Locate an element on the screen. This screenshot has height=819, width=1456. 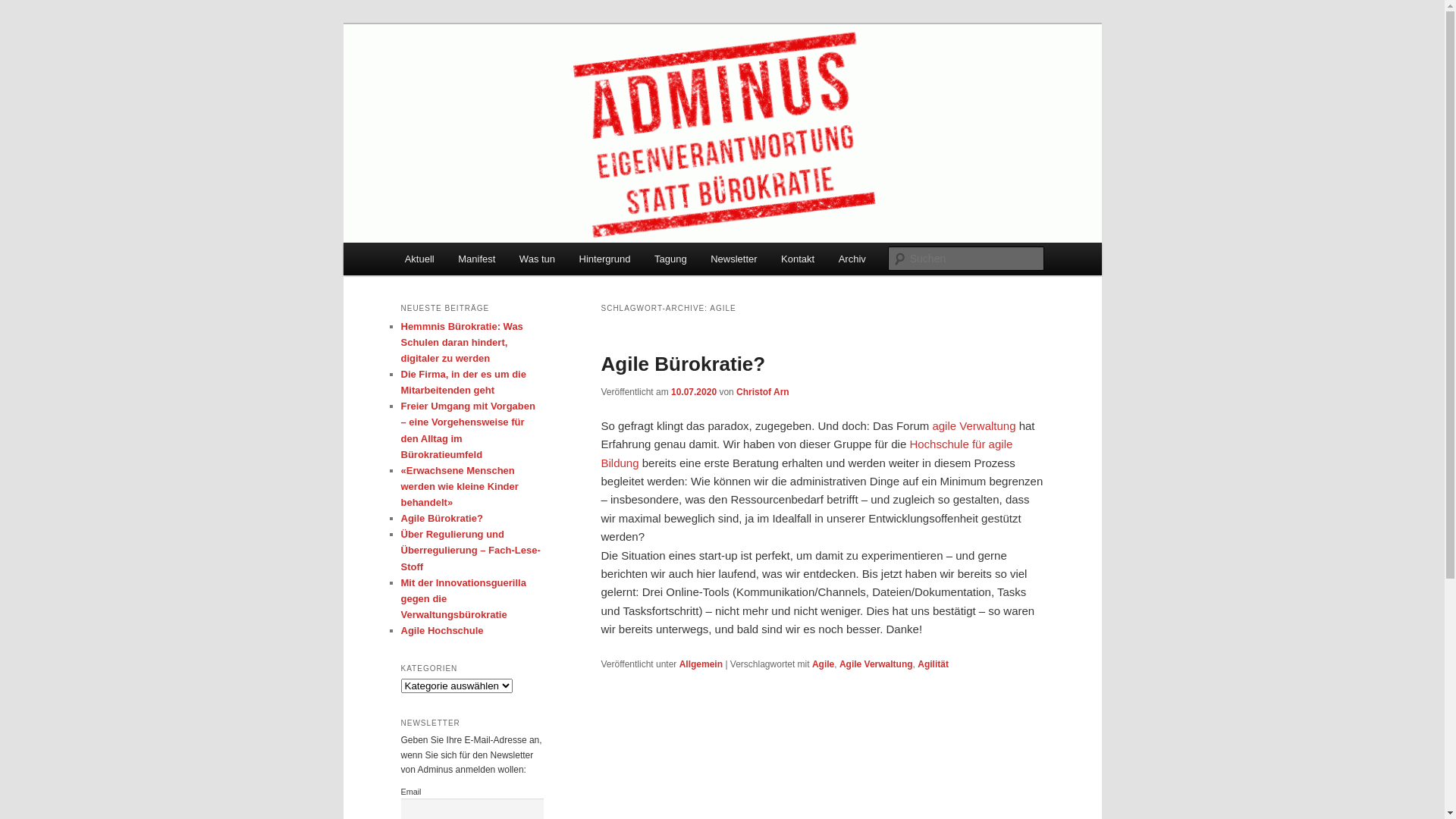
'Hintergrund' is located at coordinates (604, 258).